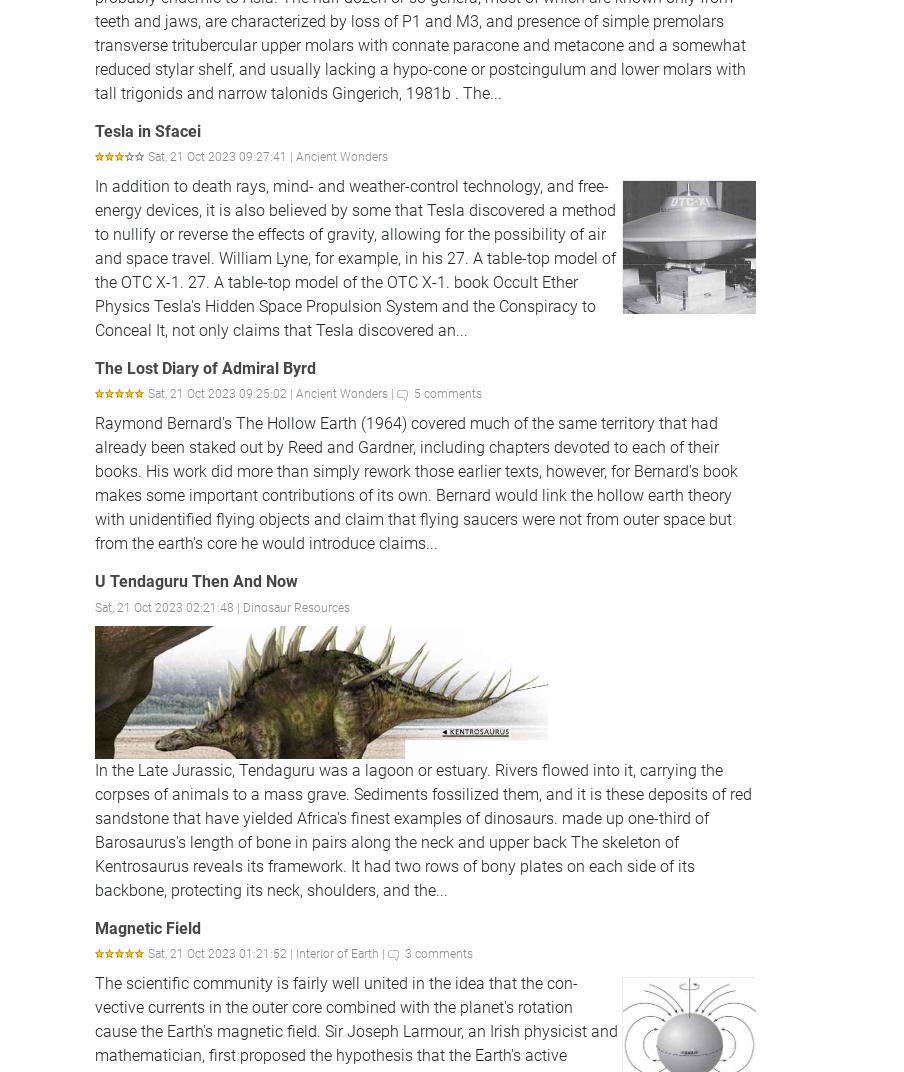 This screenshot has height=1072, width=904. Describe the element at coordinates (354, 258) in the screenshot. I see `'In addition to death rays, mind- and weather-control technology, and free-energy devices, it is also believed by some that Tesla discovered a method to nullify or reverse the effects of gravity, allowing for the possibility of air and space travel. William Lyne, for example, in his 27. A table-top model of the OTC X-1. 27. A table-top model of the OTC X-1. book Occult Ether Physics Tesla's Hidden Space Propulsion System and the Conspiracy to Conceal It, not only claims that Tesla discovered an...'` at that location.